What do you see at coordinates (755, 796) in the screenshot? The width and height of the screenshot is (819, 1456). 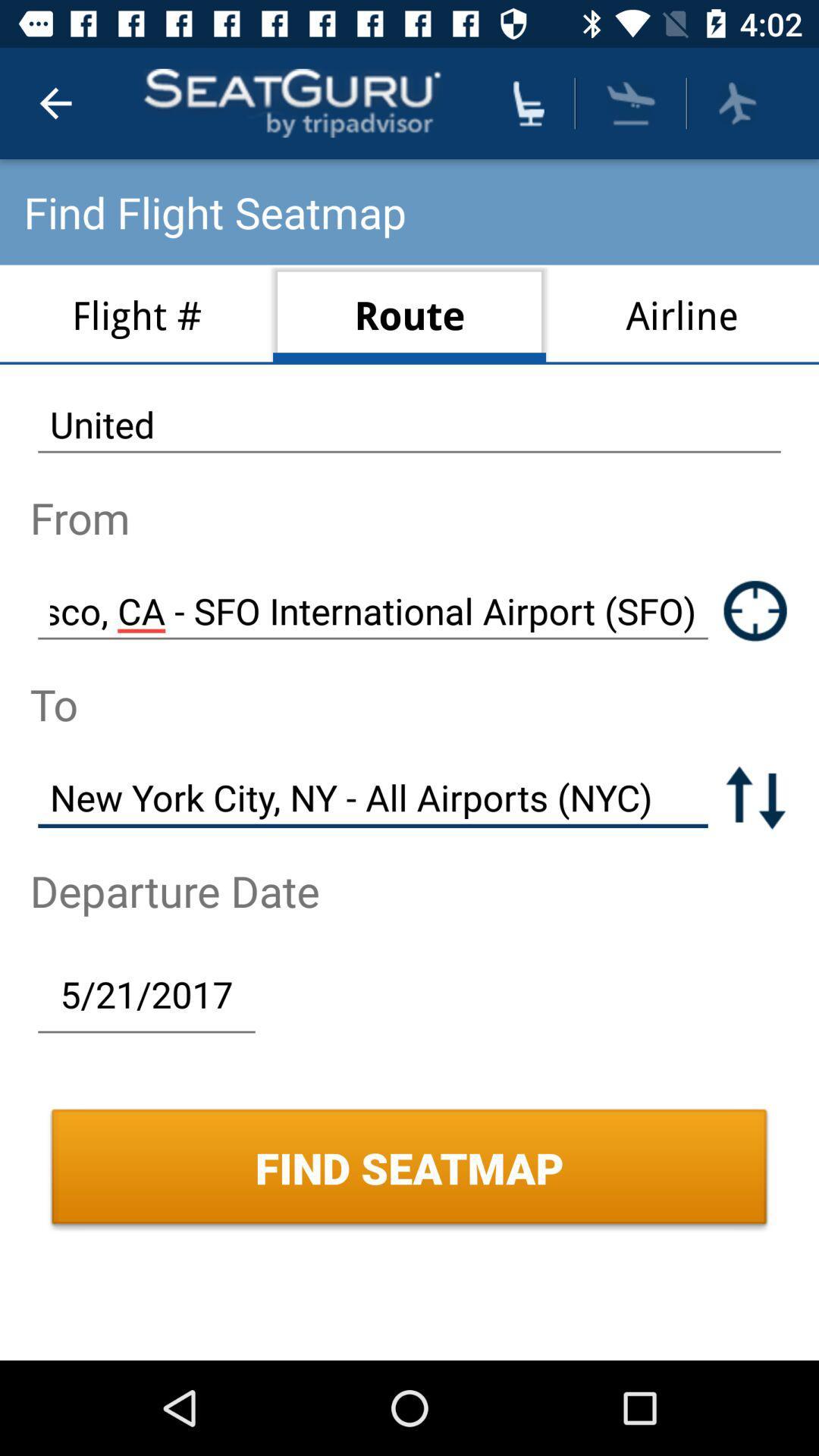 I see `change to from` at bounding box center [755, 796].